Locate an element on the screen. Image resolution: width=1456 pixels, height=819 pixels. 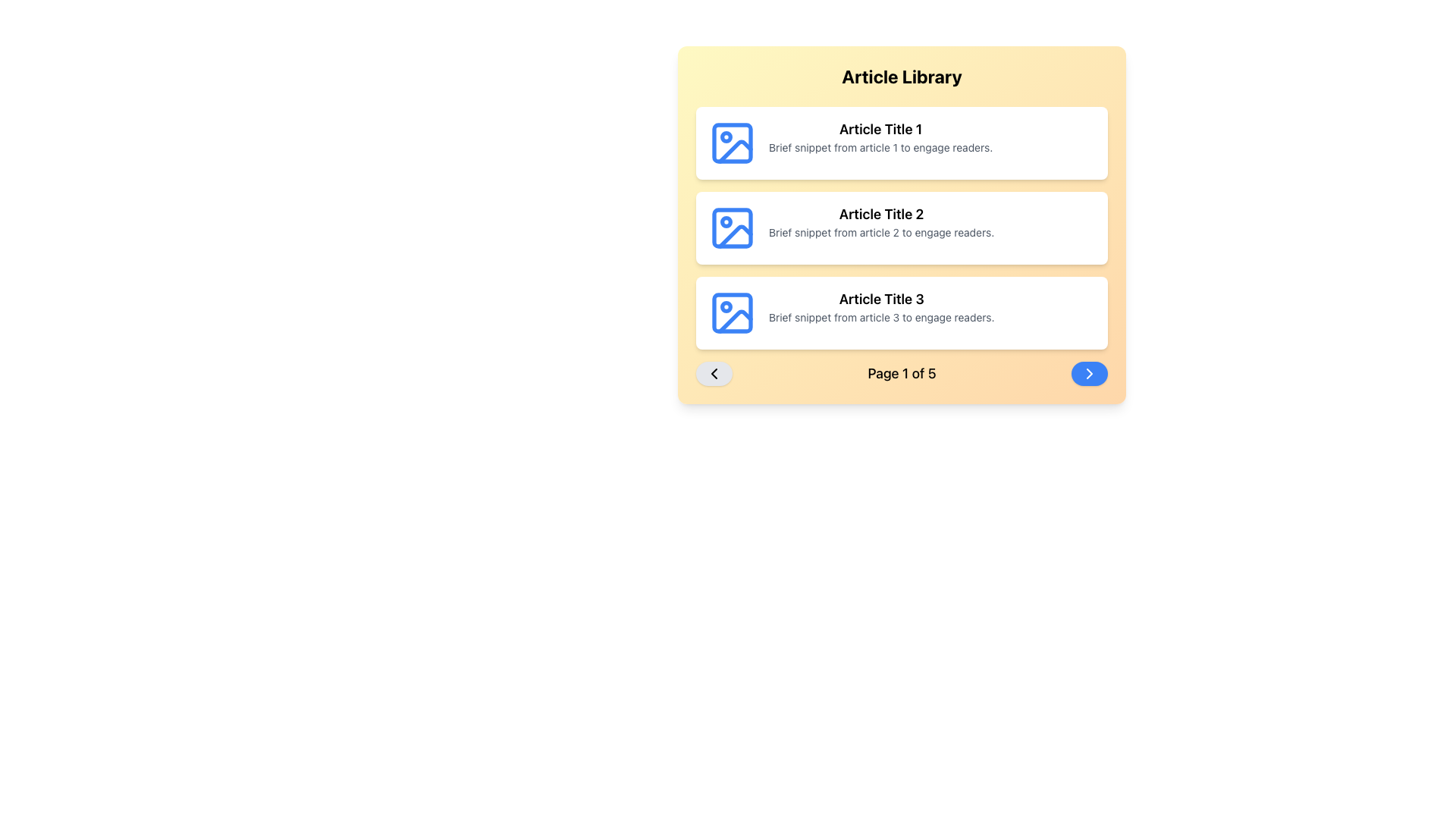
the button containing the rightward-facing chevron icon, which is part of the pagination control interface is located at coordinates (1088, 374).